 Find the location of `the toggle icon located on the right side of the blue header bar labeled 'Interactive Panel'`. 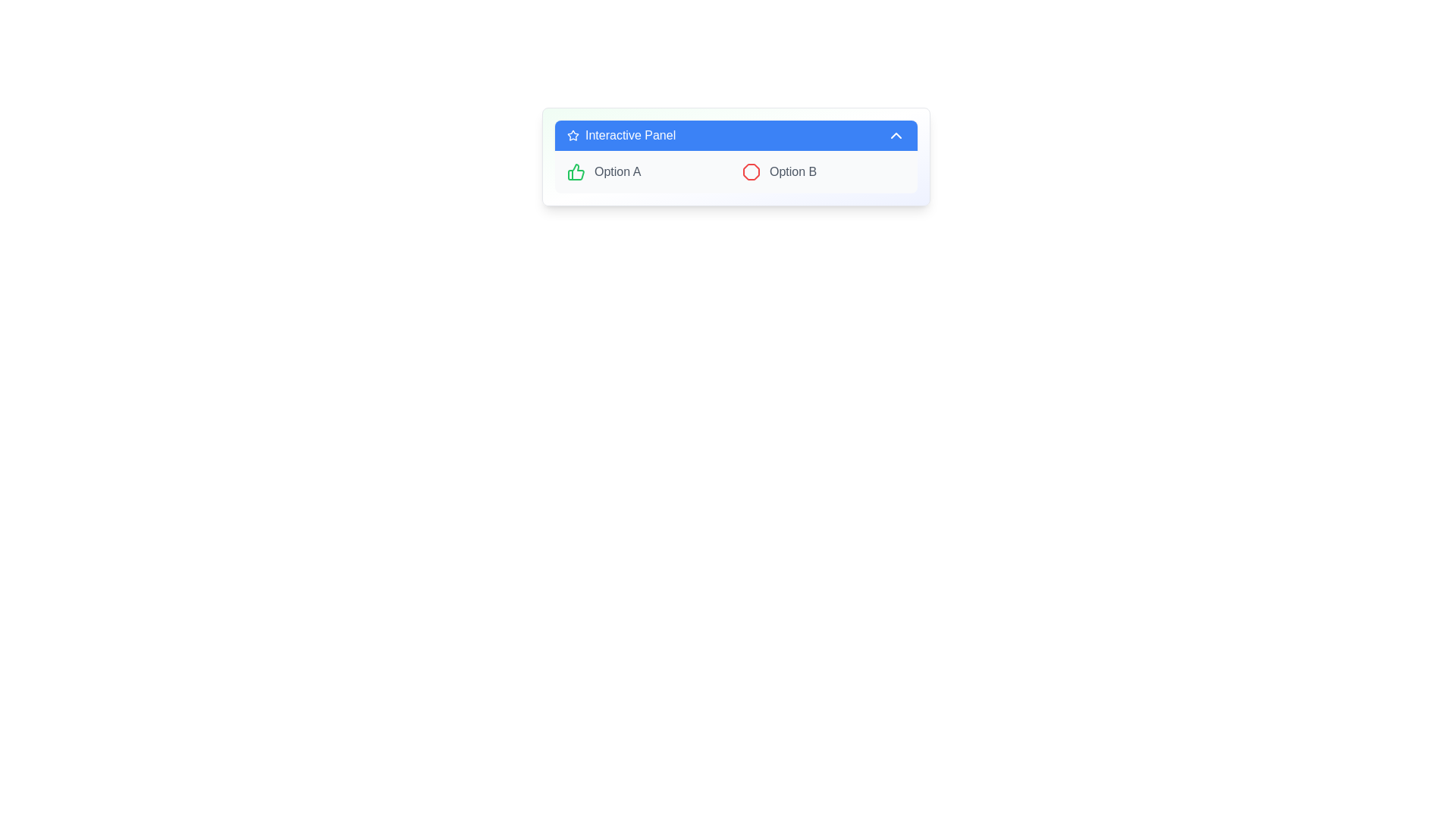

the toggle icon located on the right side of the blue header bar labeled 'Interactive Panel' is located at coordinates (896, 134).